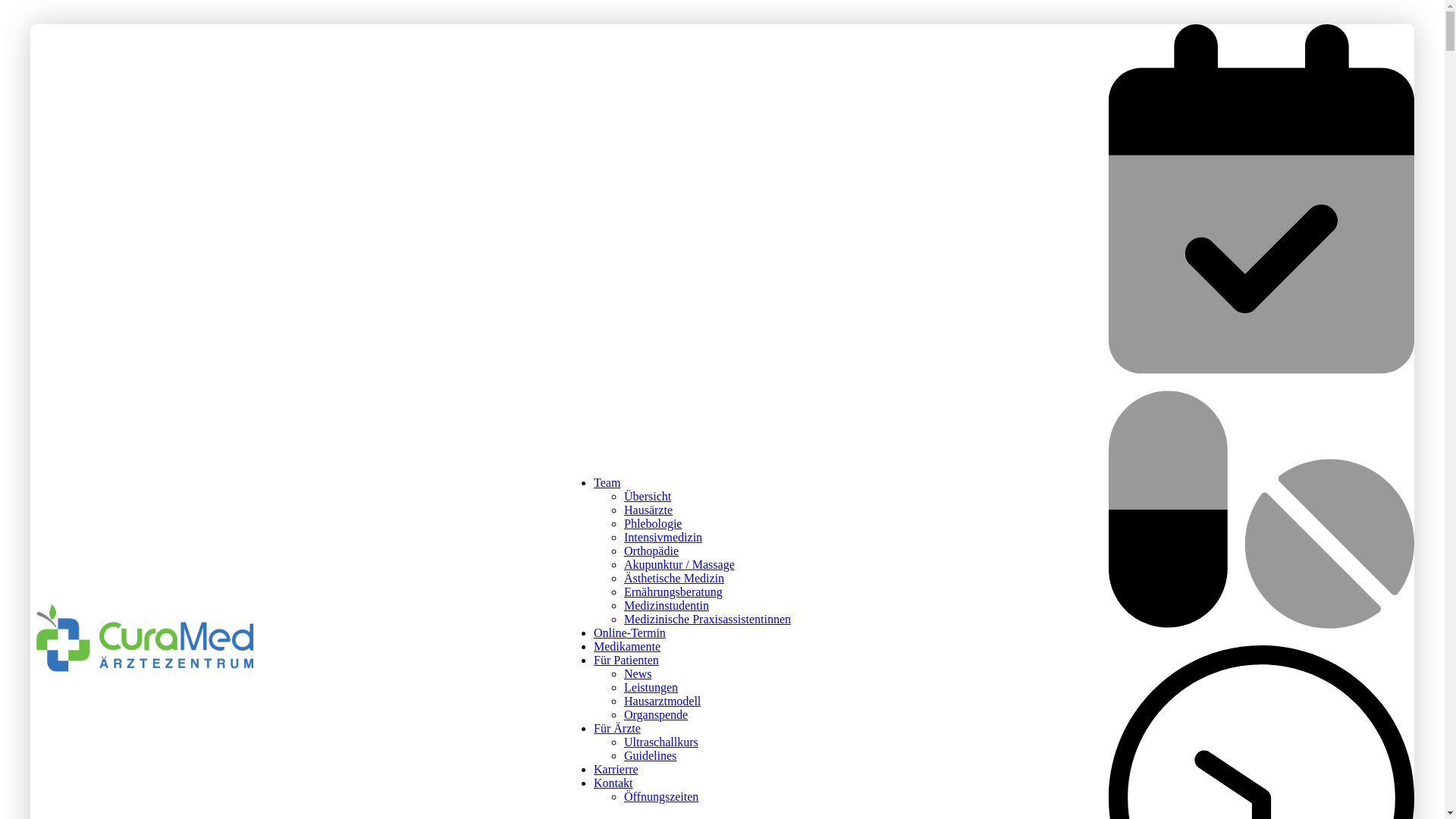 The height and width of the screenshot is (819, 1456). Describe the element at coordinates (607, 482) in the screenshot. I see `'Team'` at that location.